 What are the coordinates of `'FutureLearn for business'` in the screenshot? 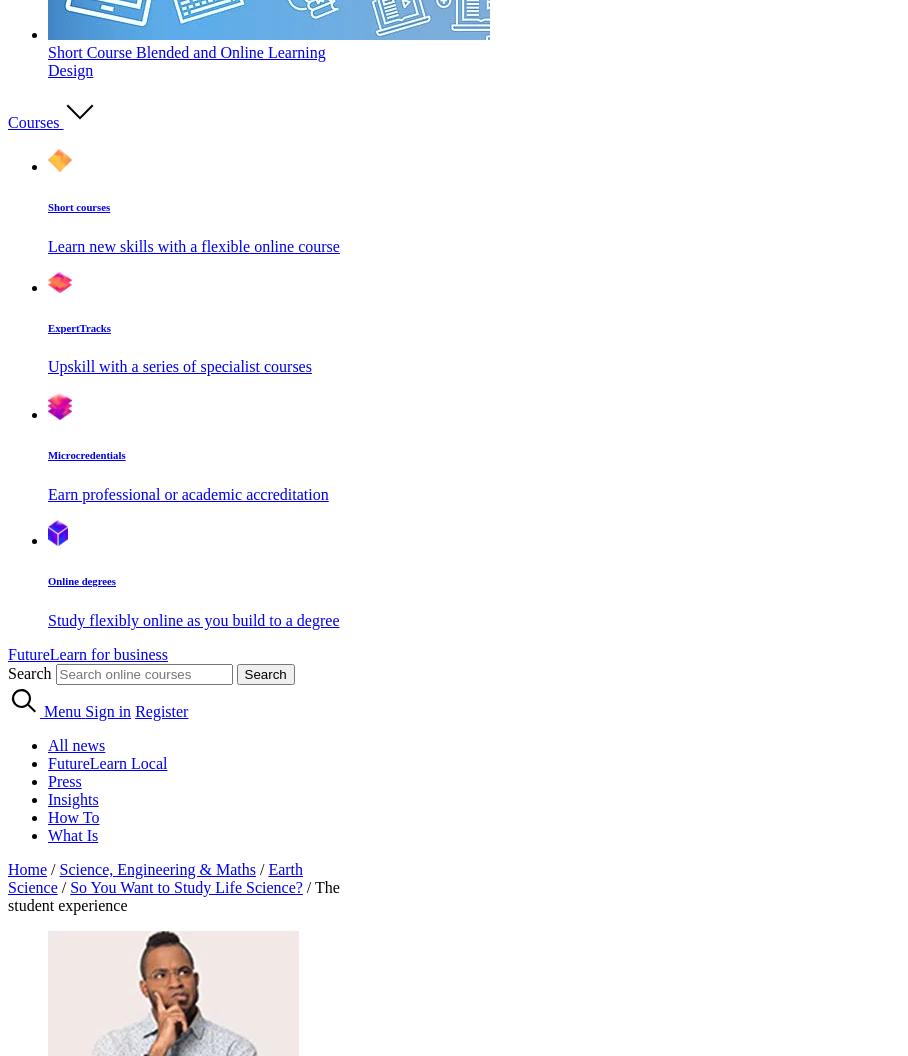 It's located at (86, 653).